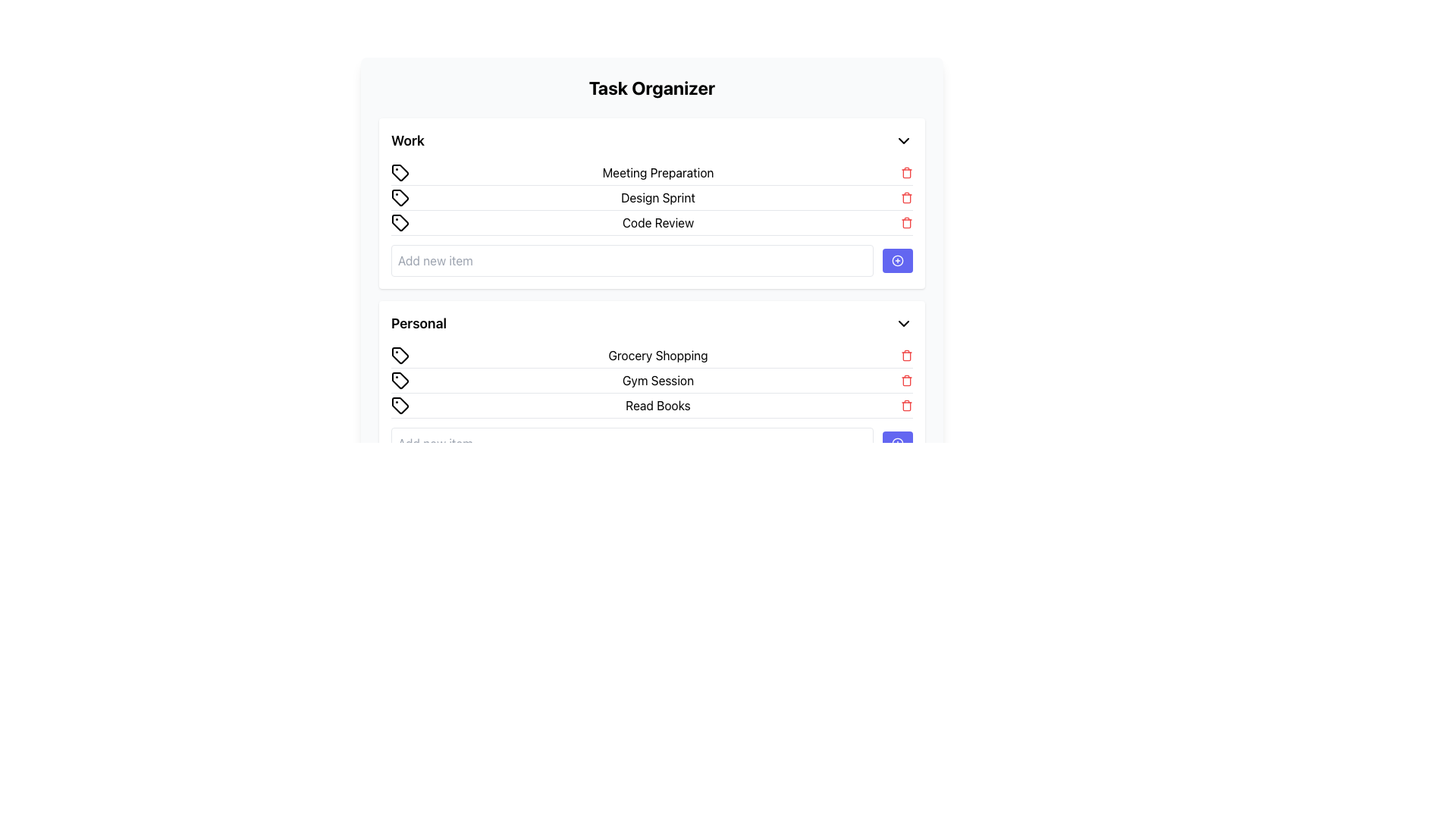  I want to click on the delete icon button located in the 'Work' group, adjacent to the 'Code Review' task for visual feedback, so click(906, 222).